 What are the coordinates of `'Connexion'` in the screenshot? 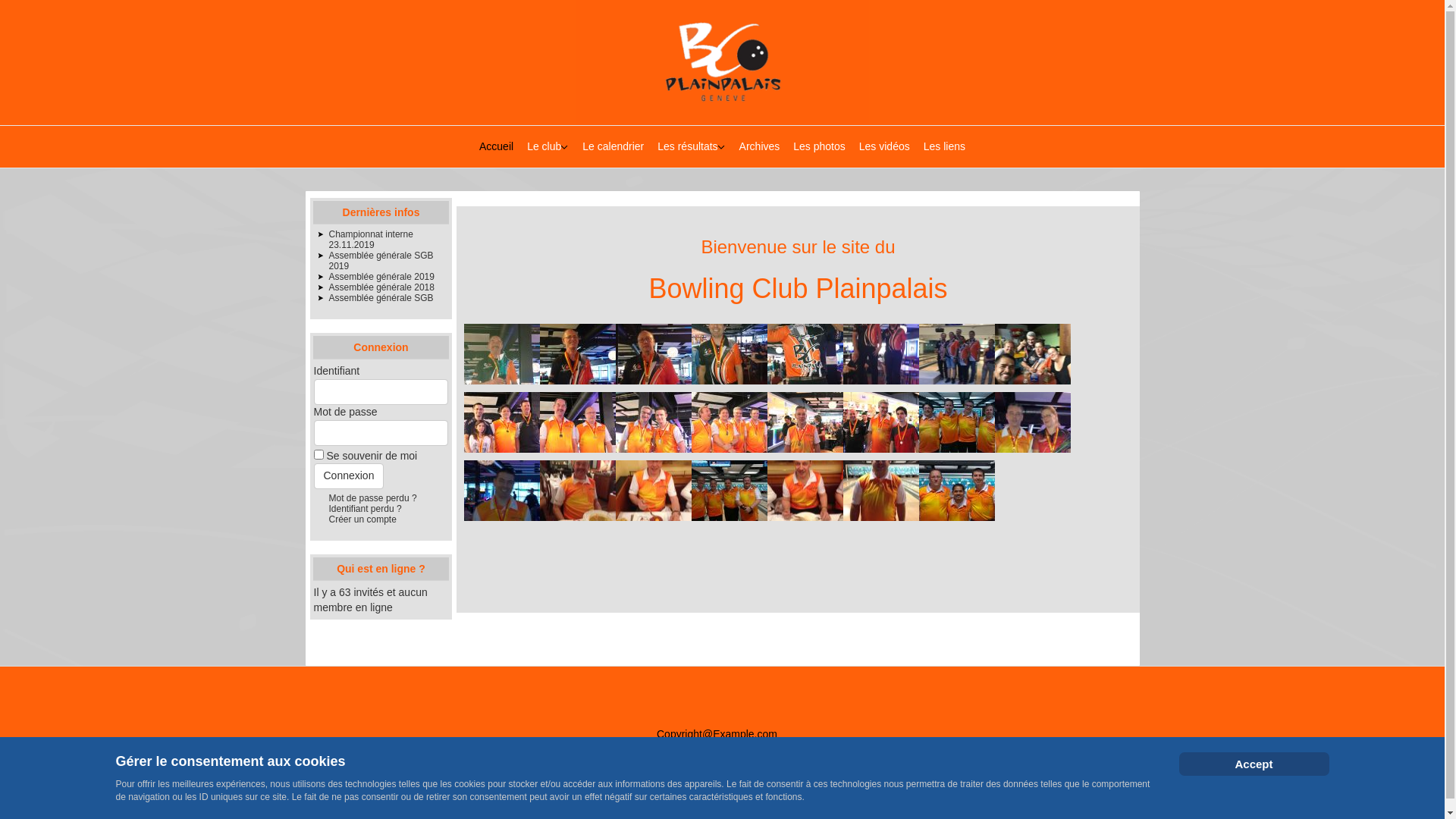 It's located at (348, 475).